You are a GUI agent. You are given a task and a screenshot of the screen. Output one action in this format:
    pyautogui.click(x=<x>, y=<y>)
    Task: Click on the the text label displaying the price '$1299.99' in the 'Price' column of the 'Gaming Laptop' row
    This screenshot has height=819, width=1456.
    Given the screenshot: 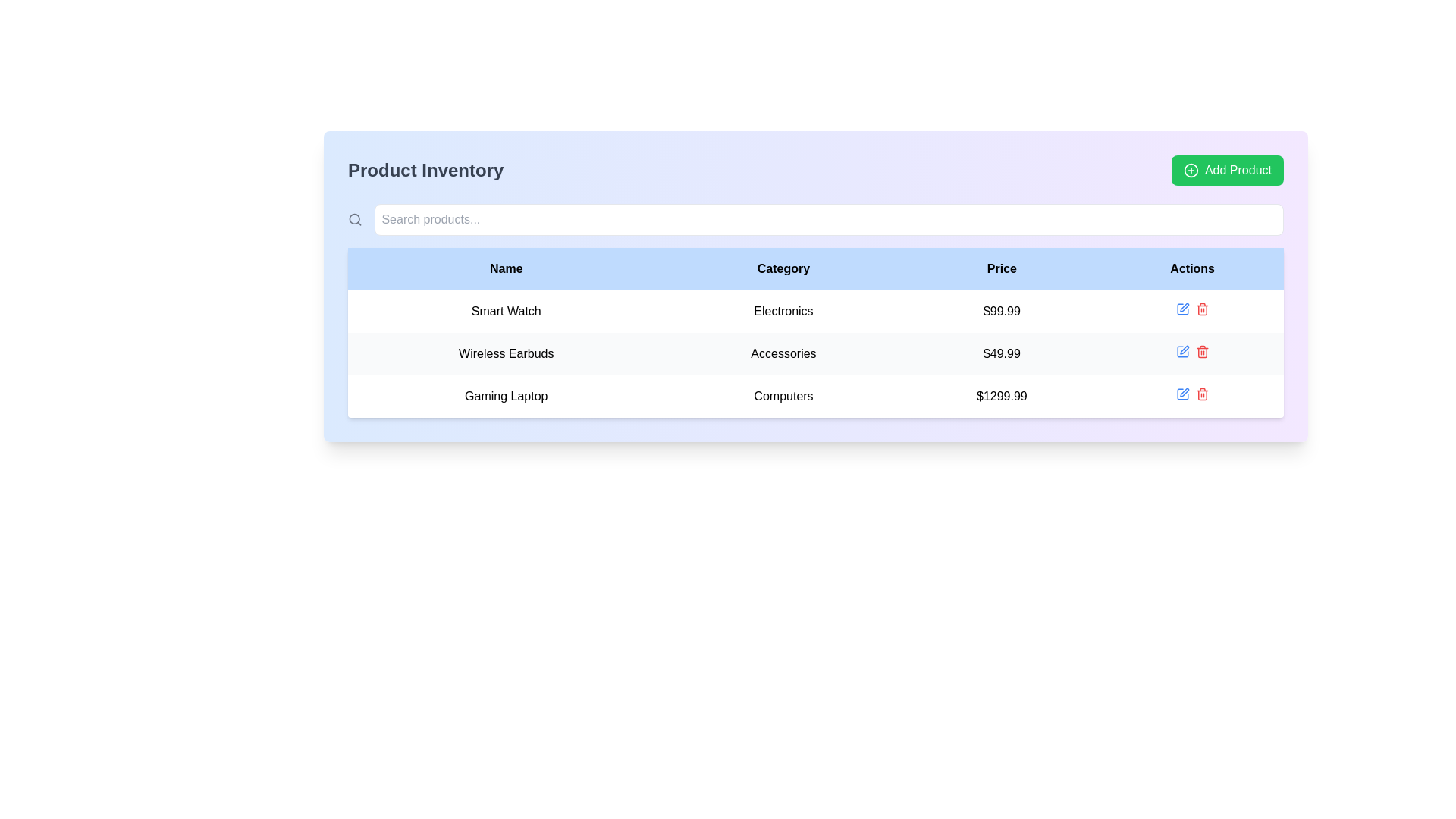 What is the action you would take?
    pyautogui.click(x=1002, y=396)
    